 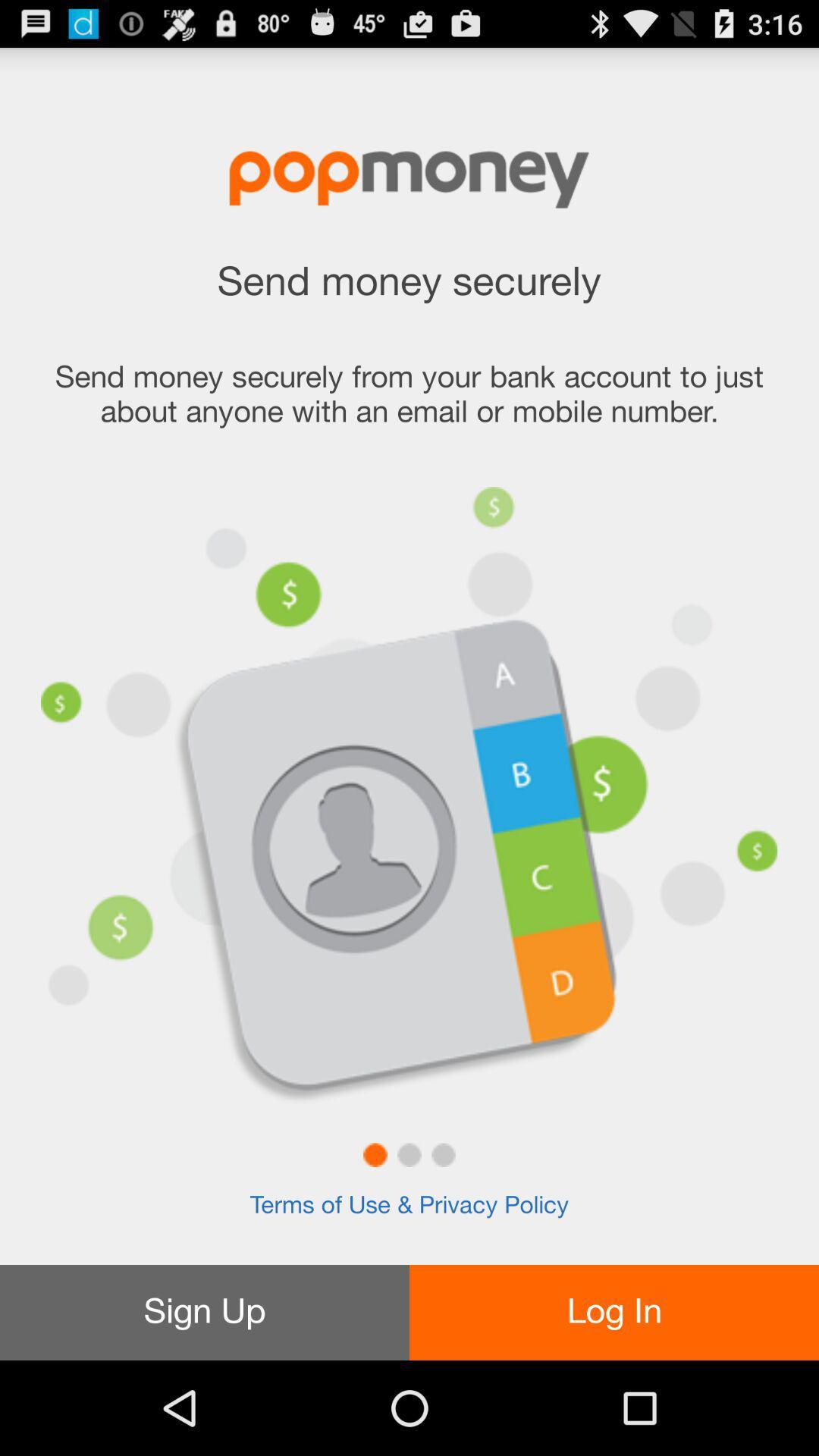 I want to click on the icon to the left of the log in, so click(x=205, y=1312).